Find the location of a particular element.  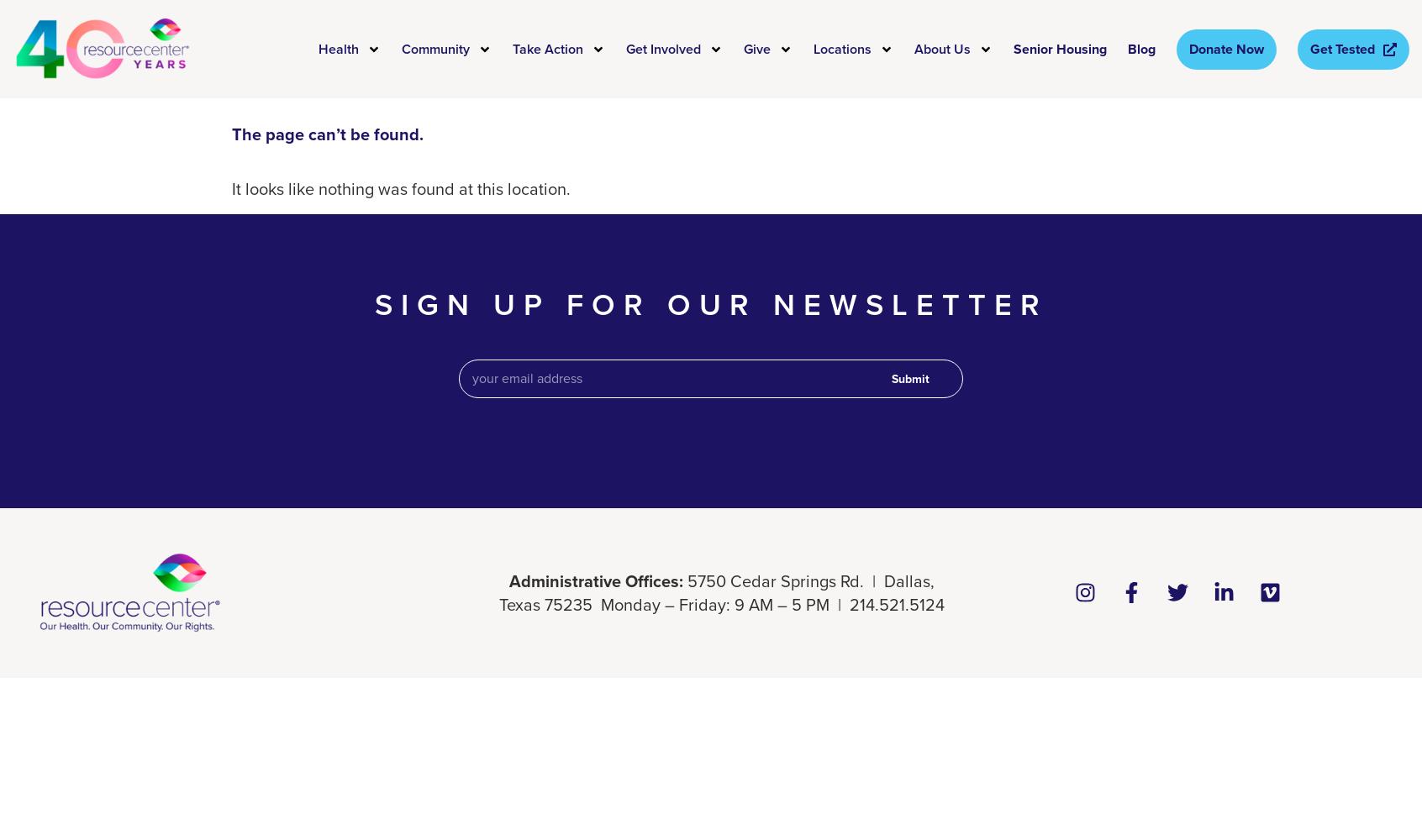

'Locations' is located at coordinates (813, 48).